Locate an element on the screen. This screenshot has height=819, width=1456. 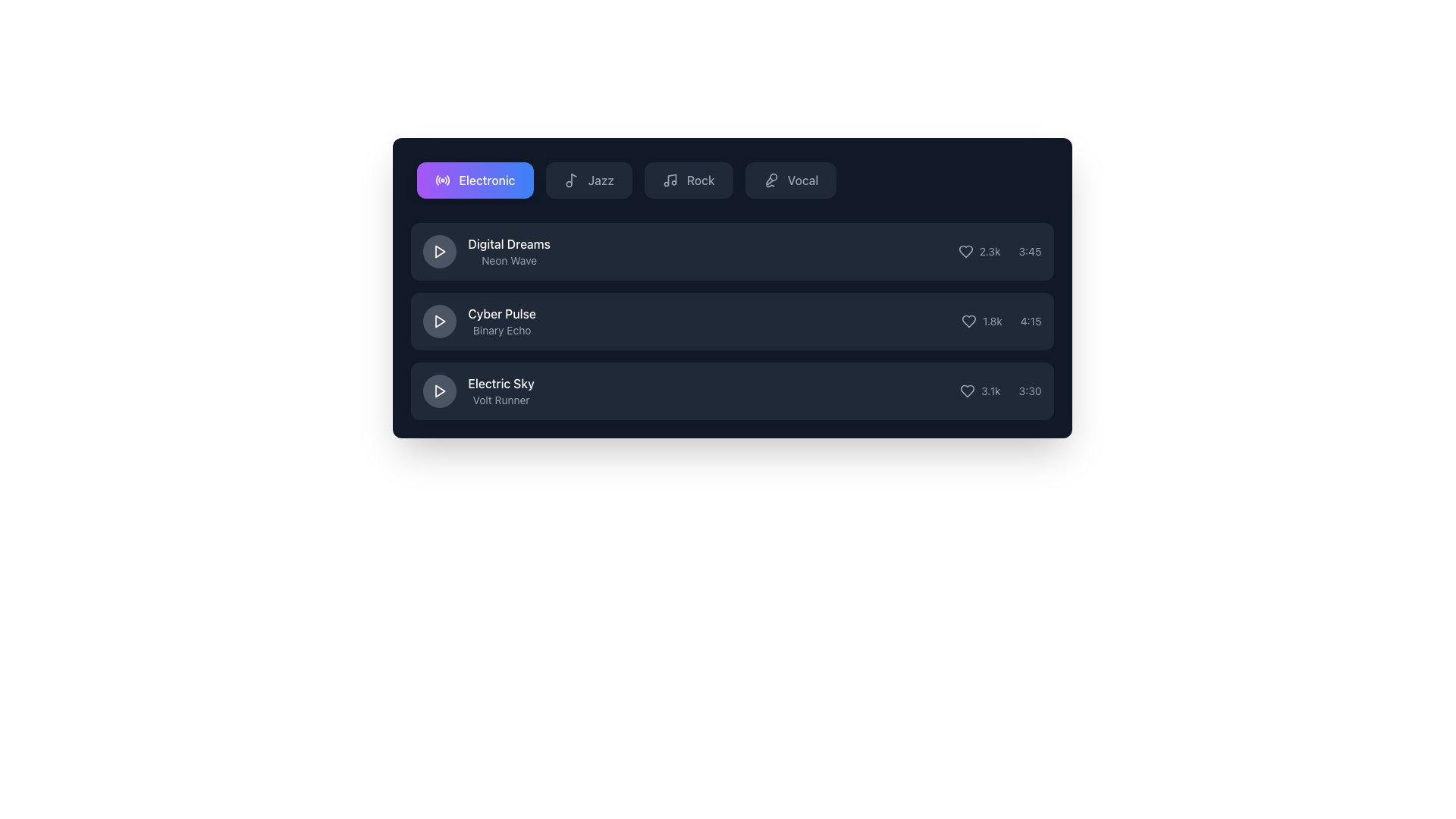
the heart-shaped icon located in the third list entry of the interface is located at coordinates (967, 391).